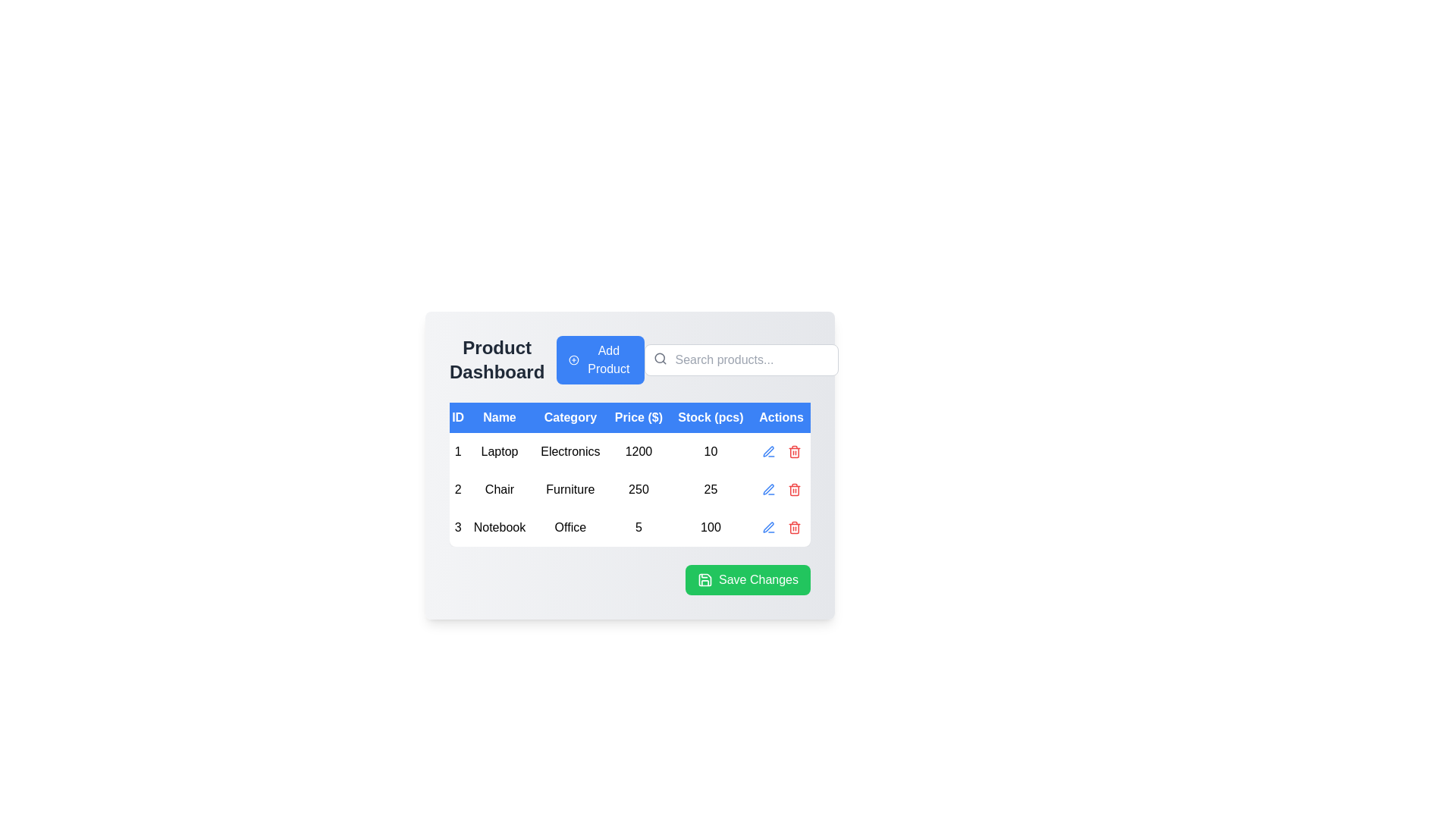 The width and height of the screenshot is (1456, 819). What do you see at coordinates (768, 451) in the screenshot?
I see `the edit button icon located in the 'Actions' column of the first row in the table` at bounding box center [768, 451].